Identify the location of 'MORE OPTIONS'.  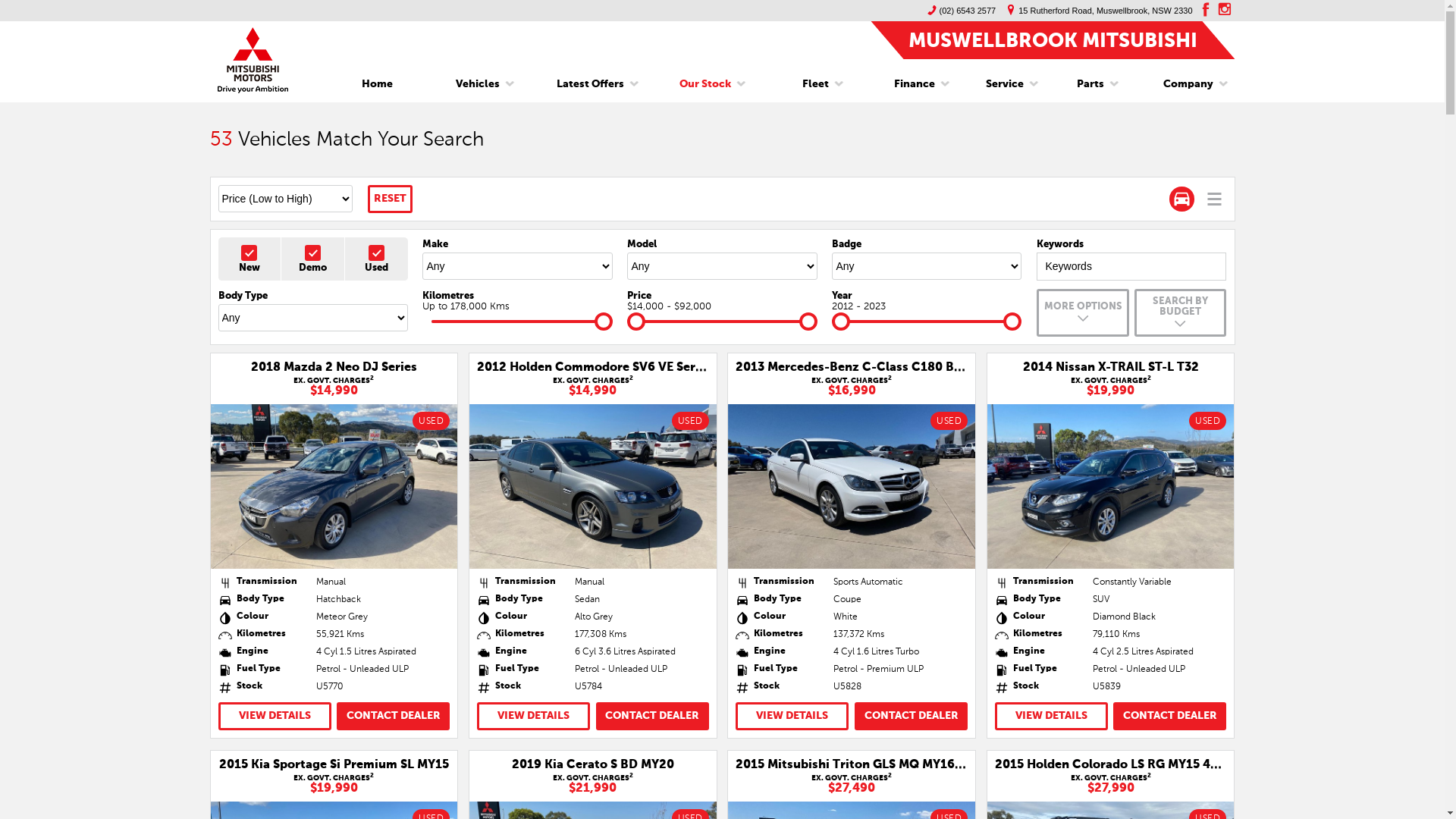
(1036, 312).